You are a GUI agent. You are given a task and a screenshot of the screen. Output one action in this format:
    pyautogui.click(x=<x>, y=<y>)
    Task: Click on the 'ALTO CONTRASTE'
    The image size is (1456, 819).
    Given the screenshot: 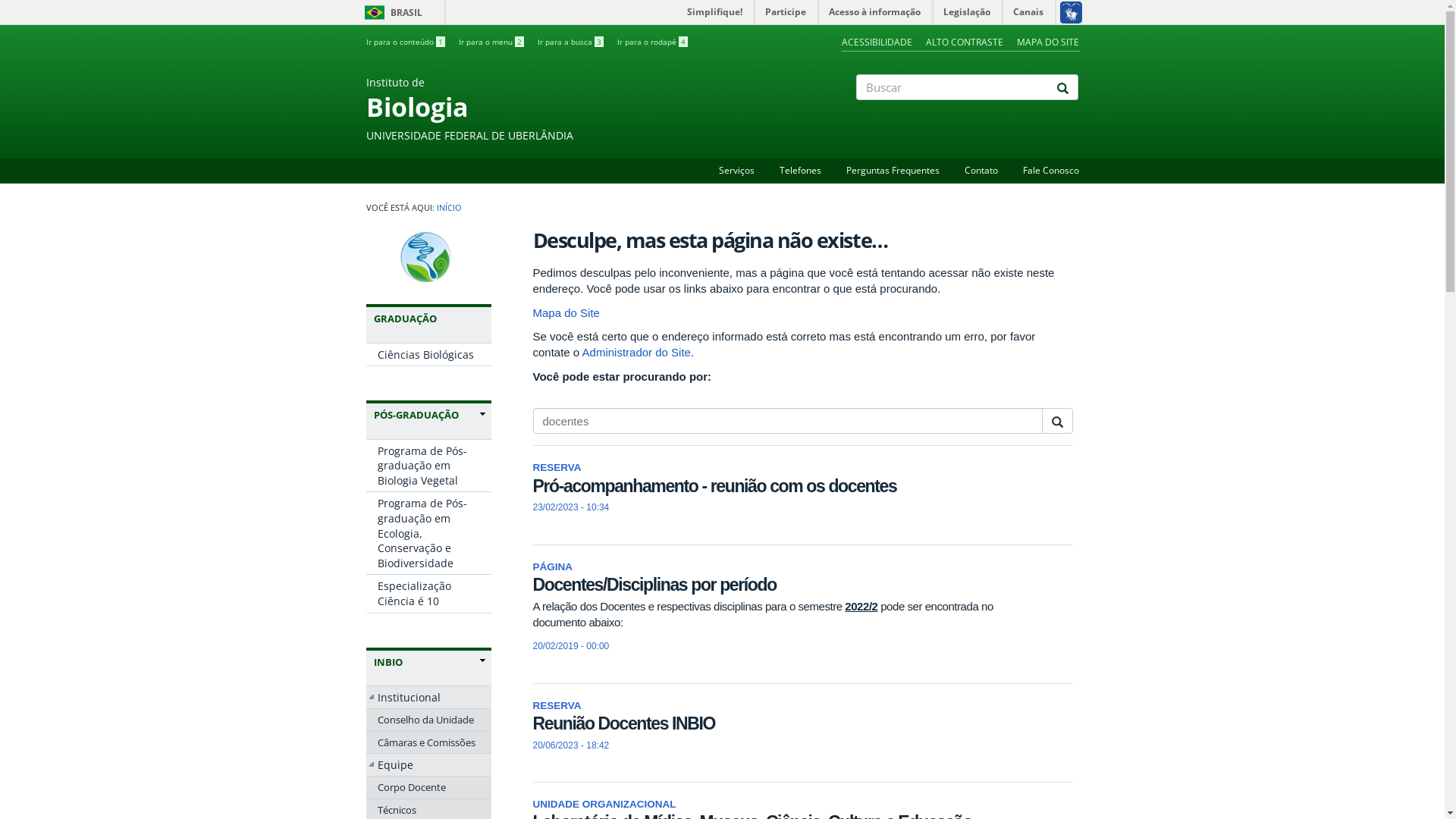 What is the action you would take?
    pyautogui.click(x=963, y=41)
    